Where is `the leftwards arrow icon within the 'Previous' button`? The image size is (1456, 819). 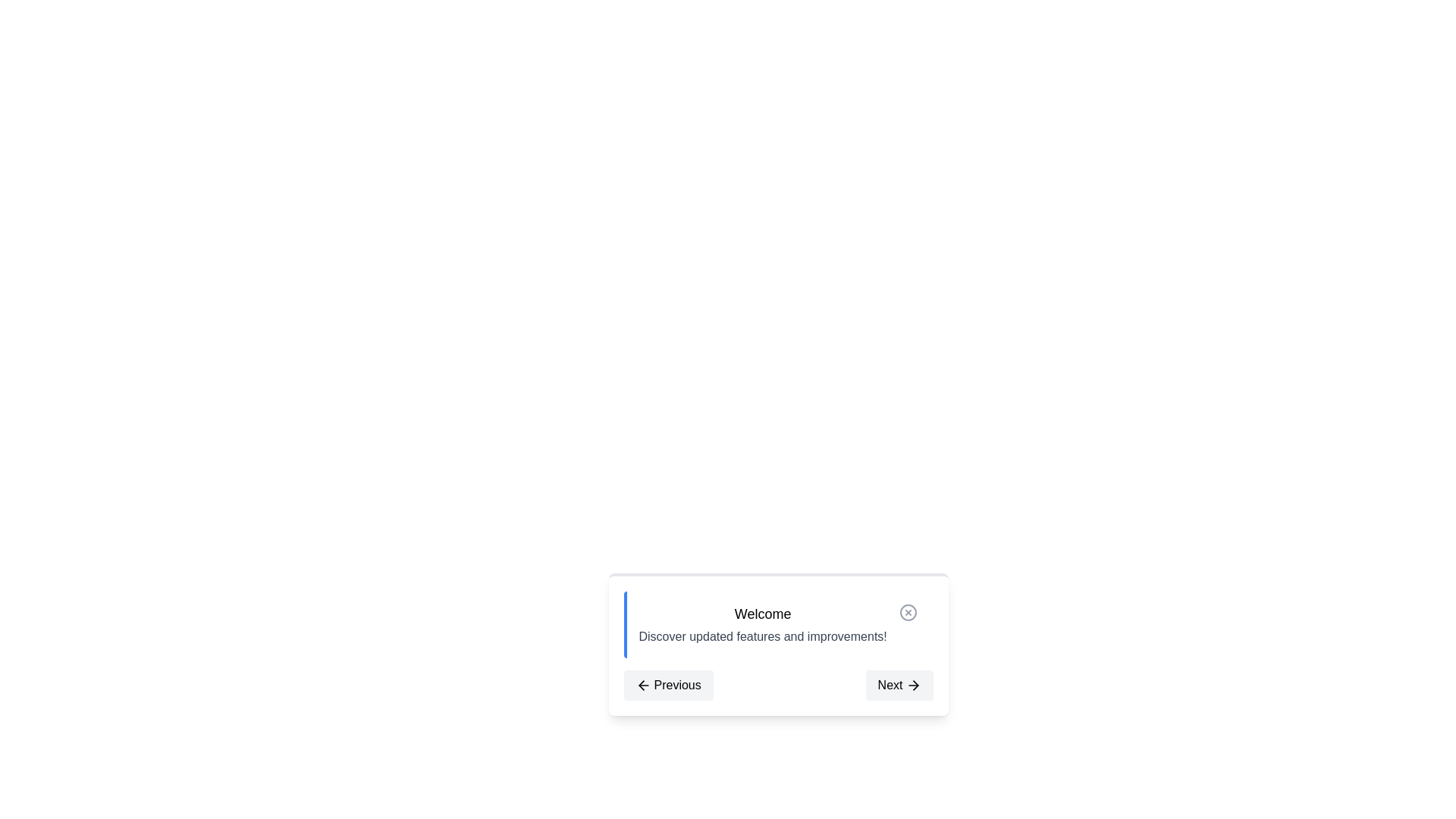 the leftwards arrow icon within the 'Previous' button is located at coordinates (643, 685).